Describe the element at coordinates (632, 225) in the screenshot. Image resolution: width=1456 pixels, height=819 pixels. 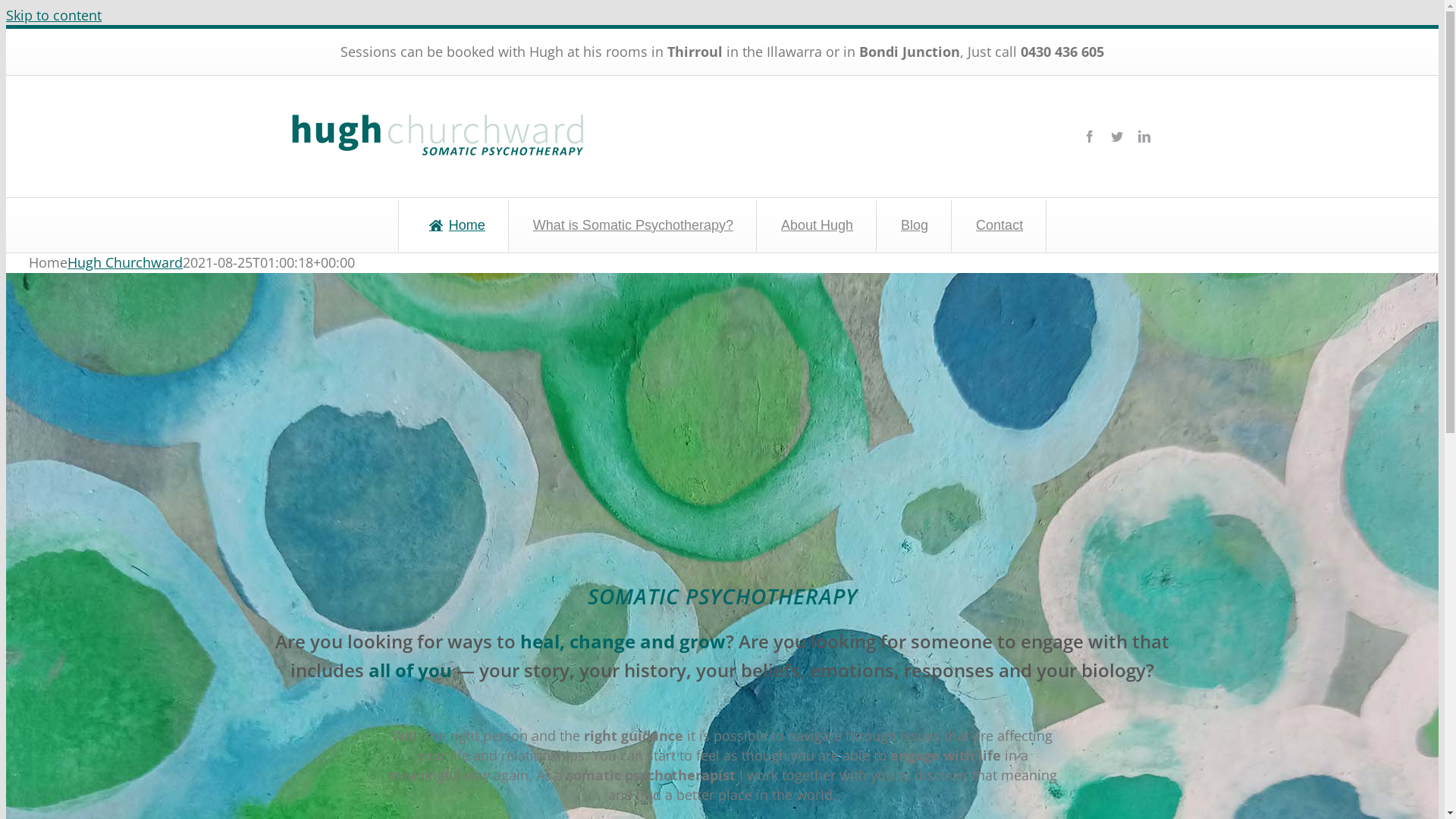
I see `'What is Somatic Psychotherapy?'` at that location.